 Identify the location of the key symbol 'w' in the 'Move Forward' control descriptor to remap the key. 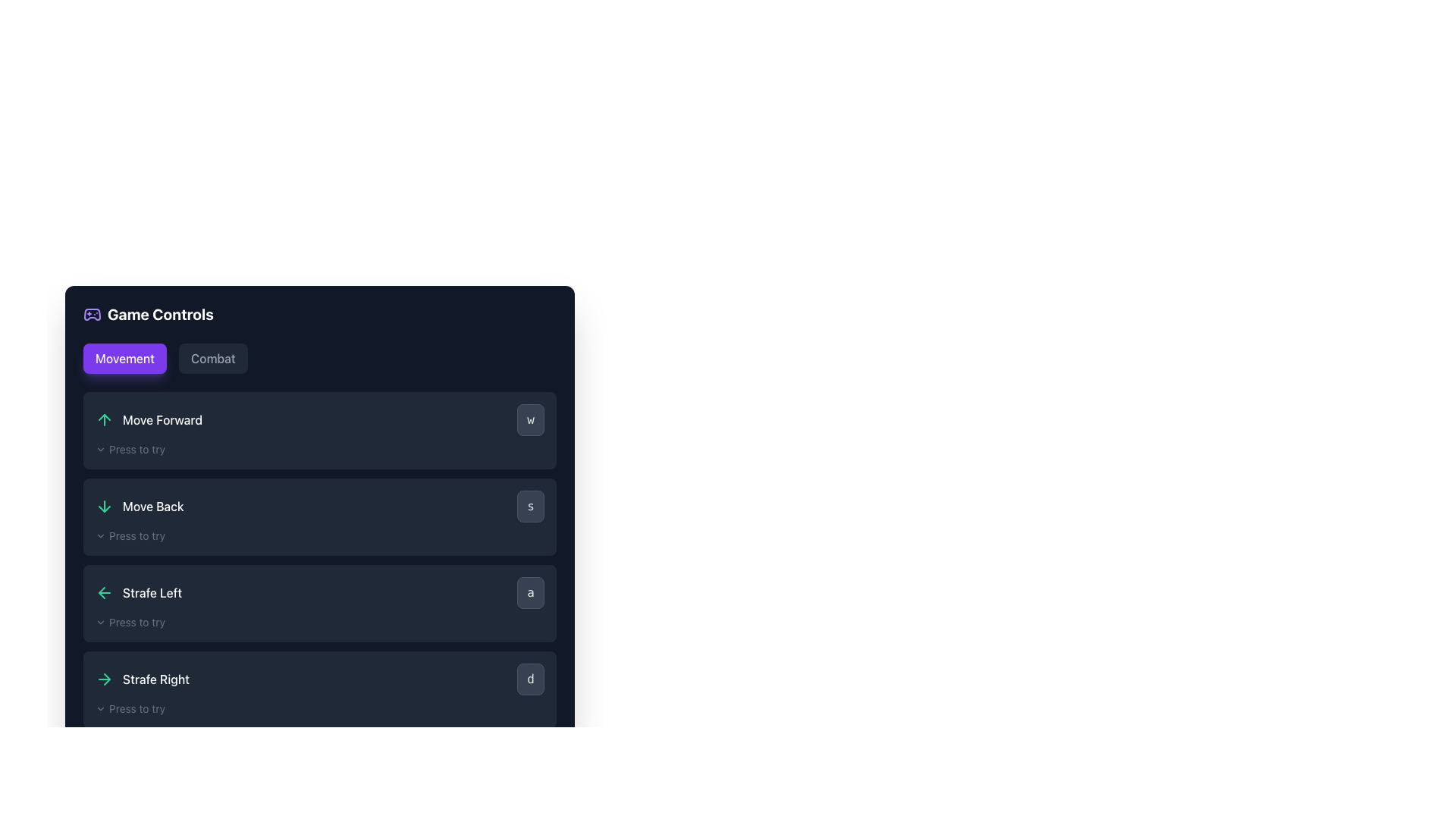
(319, 420).